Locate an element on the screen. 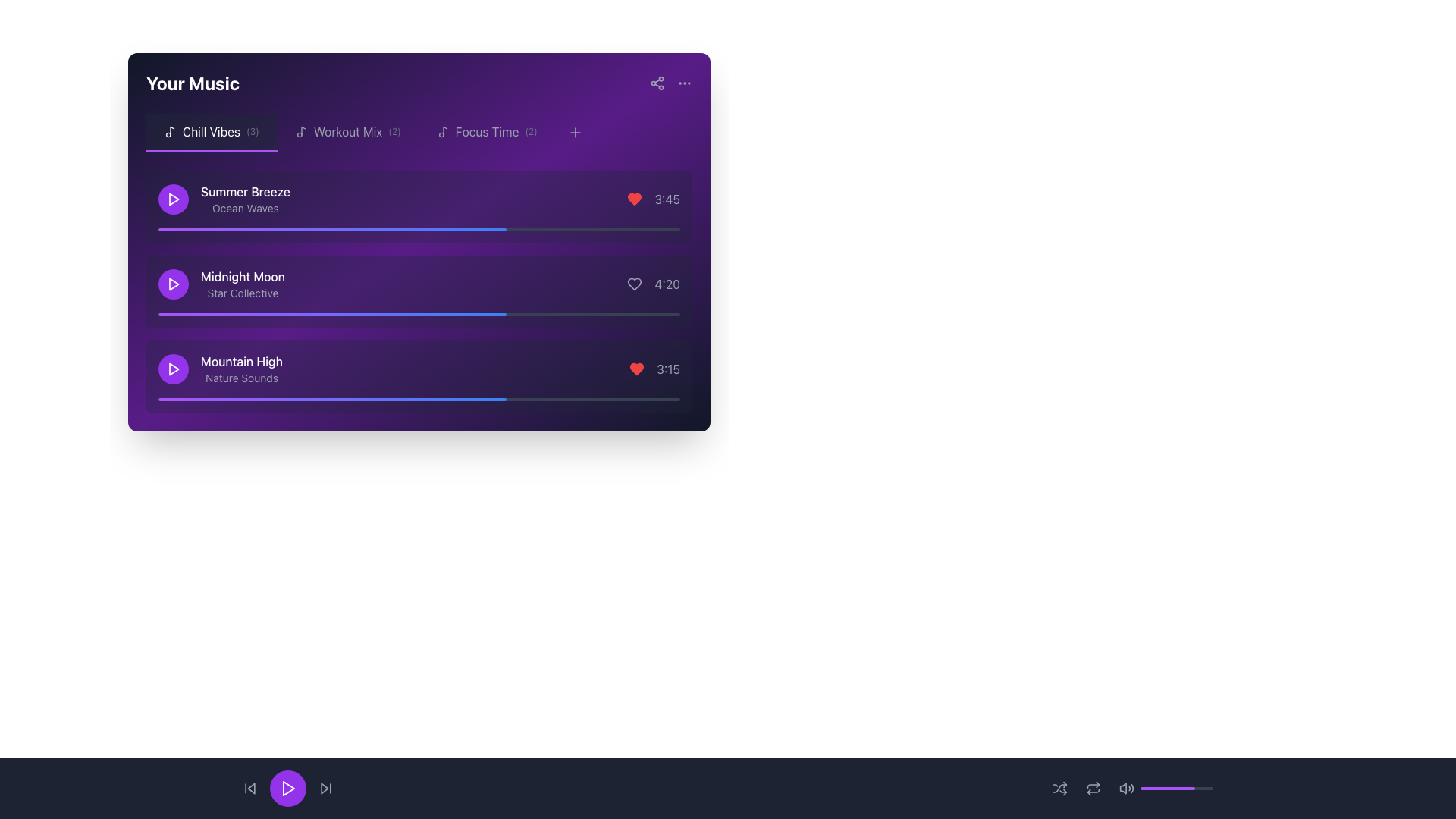 This screenshot has height=819, width=1456. the second play button in the 'Your Music' interface below the 'Chill Vibes' tab to initiate playback of the 'Midnight Moon' track is located at coordinates (174, 284).